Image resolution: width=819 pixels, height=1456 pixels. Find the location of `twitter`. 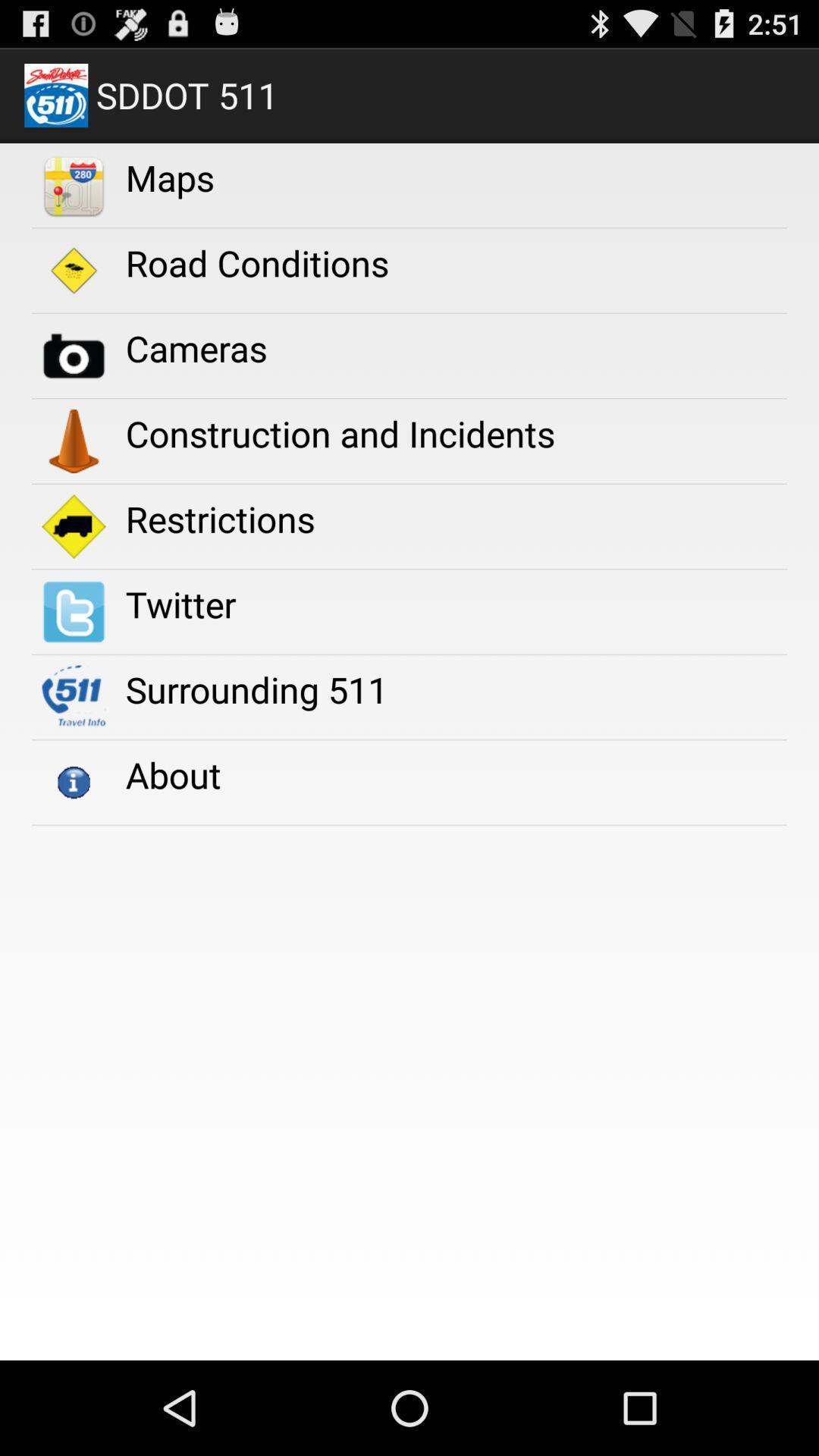

twitter is located at coordinates (180, 603).